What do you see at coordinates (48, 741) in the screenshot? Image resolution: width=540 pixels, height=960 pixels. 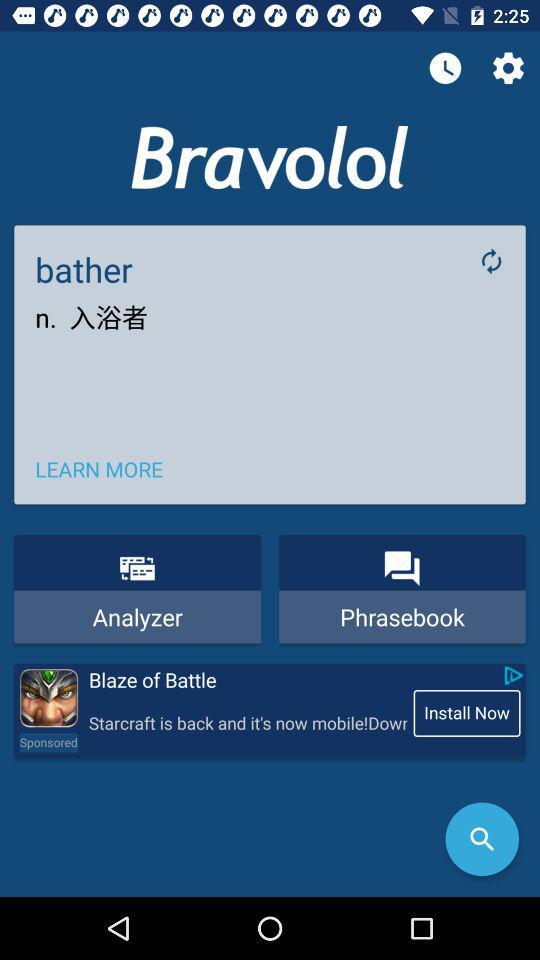 I see `sponsored icon` at bounding box center [48, 741].